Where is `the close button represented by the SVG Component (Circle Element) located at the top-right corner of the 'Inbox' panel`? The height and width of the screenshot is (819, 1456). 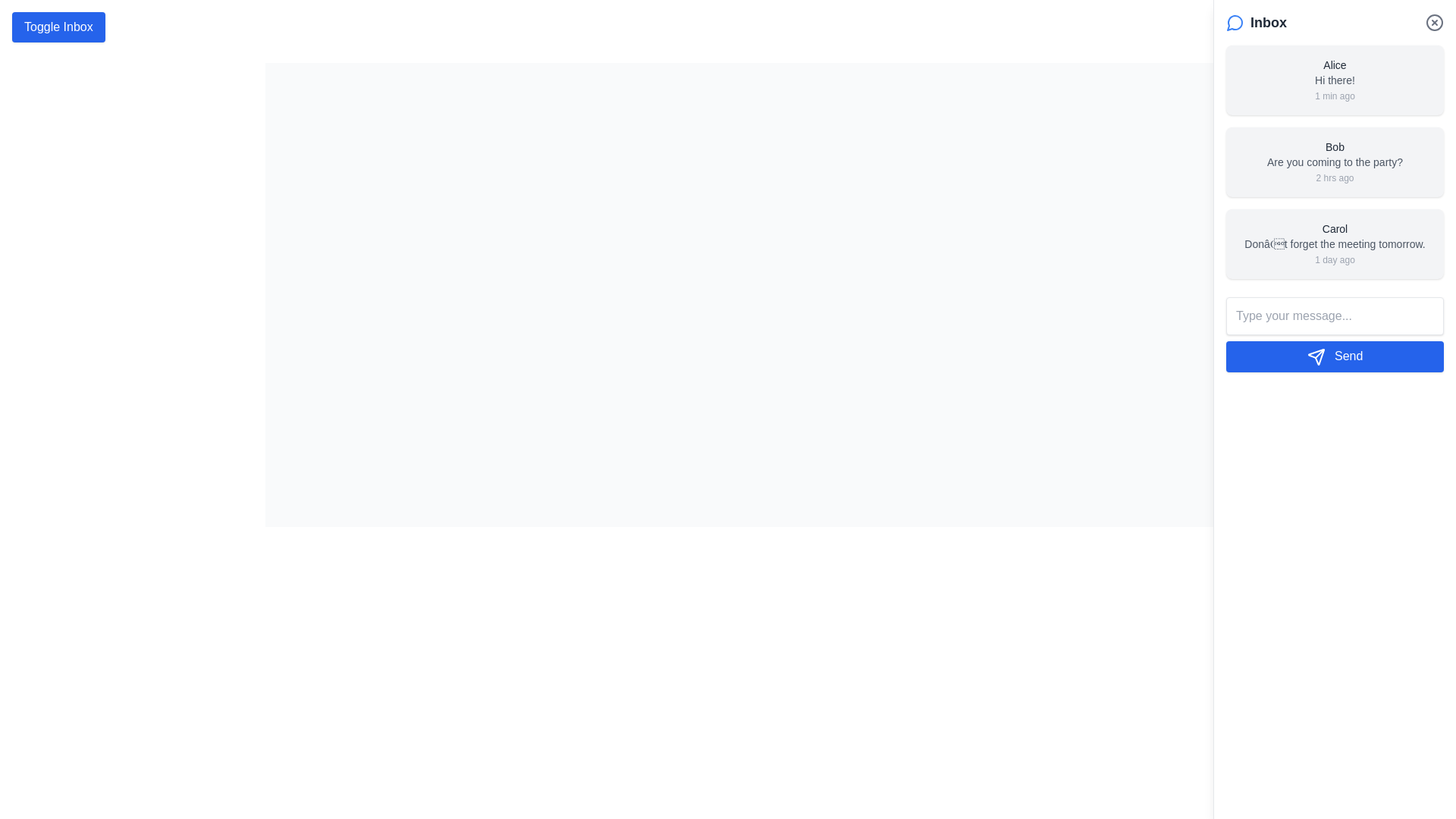 the close button represented by the SVG Component (Circle Element) located at the top-right corner of the 'Inbox' panel is located at coordinates (1433, 23).